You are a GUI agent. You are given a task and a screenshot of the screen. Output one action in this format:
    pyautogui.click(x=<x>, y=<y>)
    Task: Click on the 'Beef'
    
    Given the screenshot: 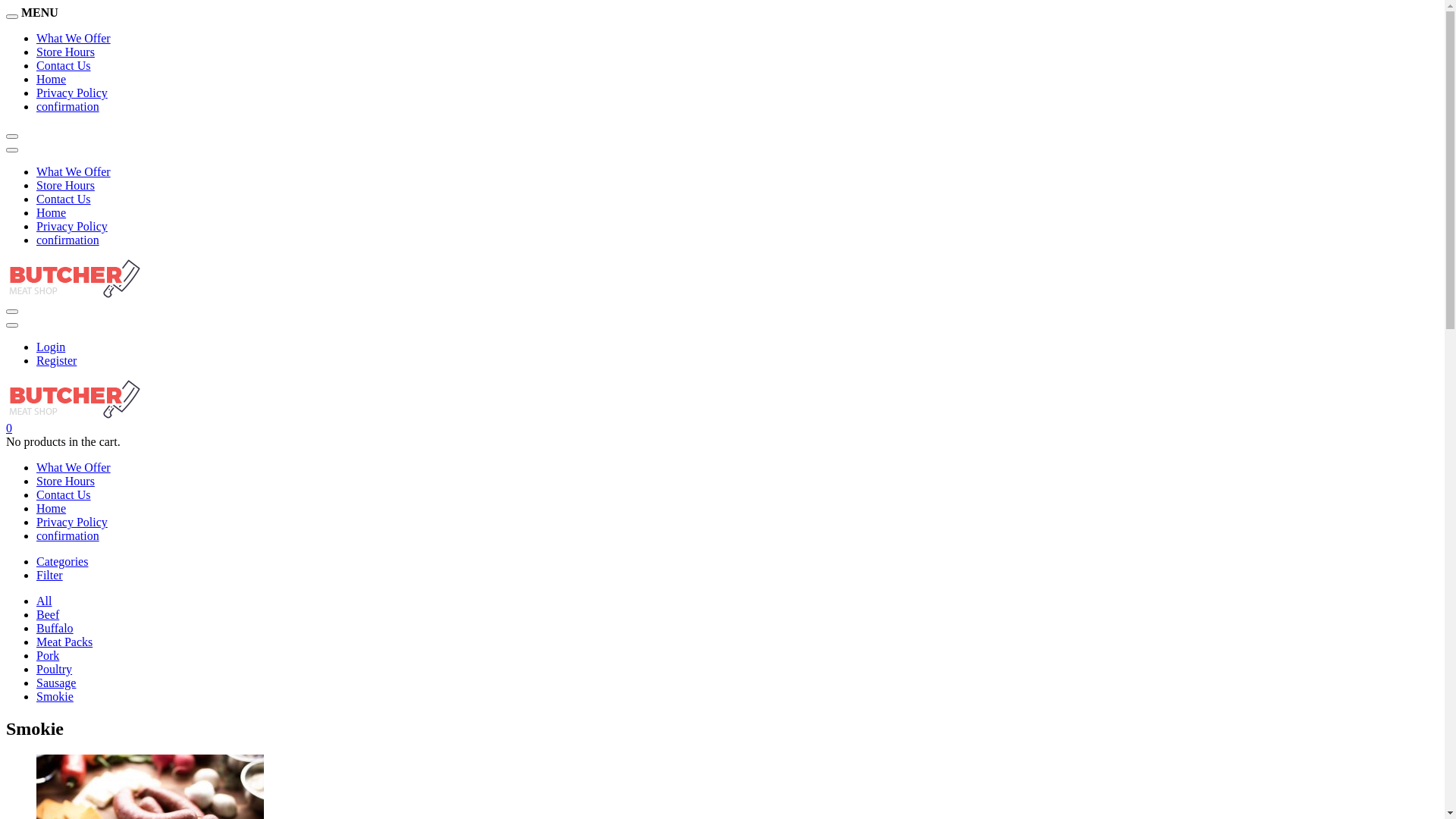 What is the action you would take?
    pyautogui.click(x=47, y=614)
    